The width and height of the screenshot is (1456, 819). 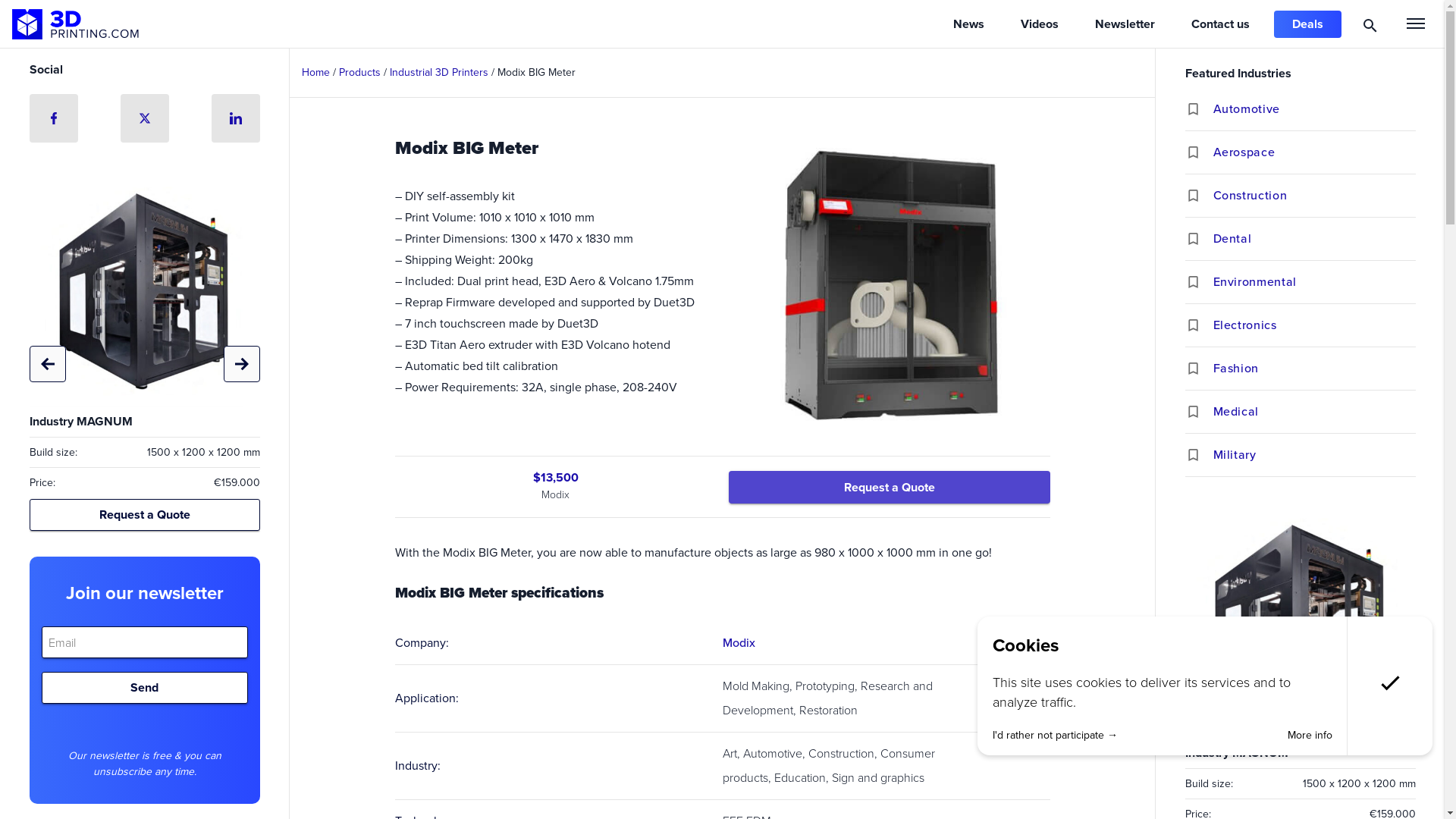 I want to click on 'Home', so click(x=315, y=72).